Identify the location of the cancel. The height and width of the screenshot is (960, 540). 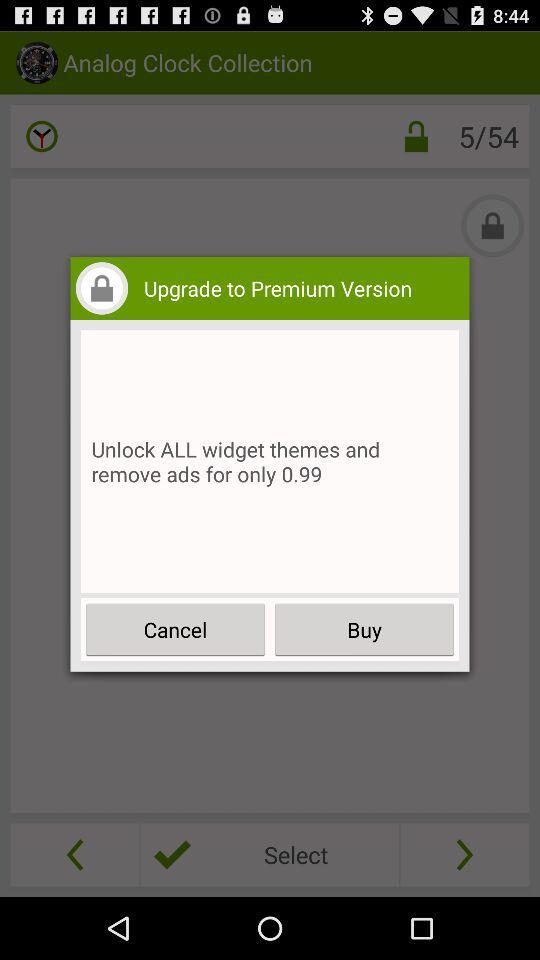
(175, 628).